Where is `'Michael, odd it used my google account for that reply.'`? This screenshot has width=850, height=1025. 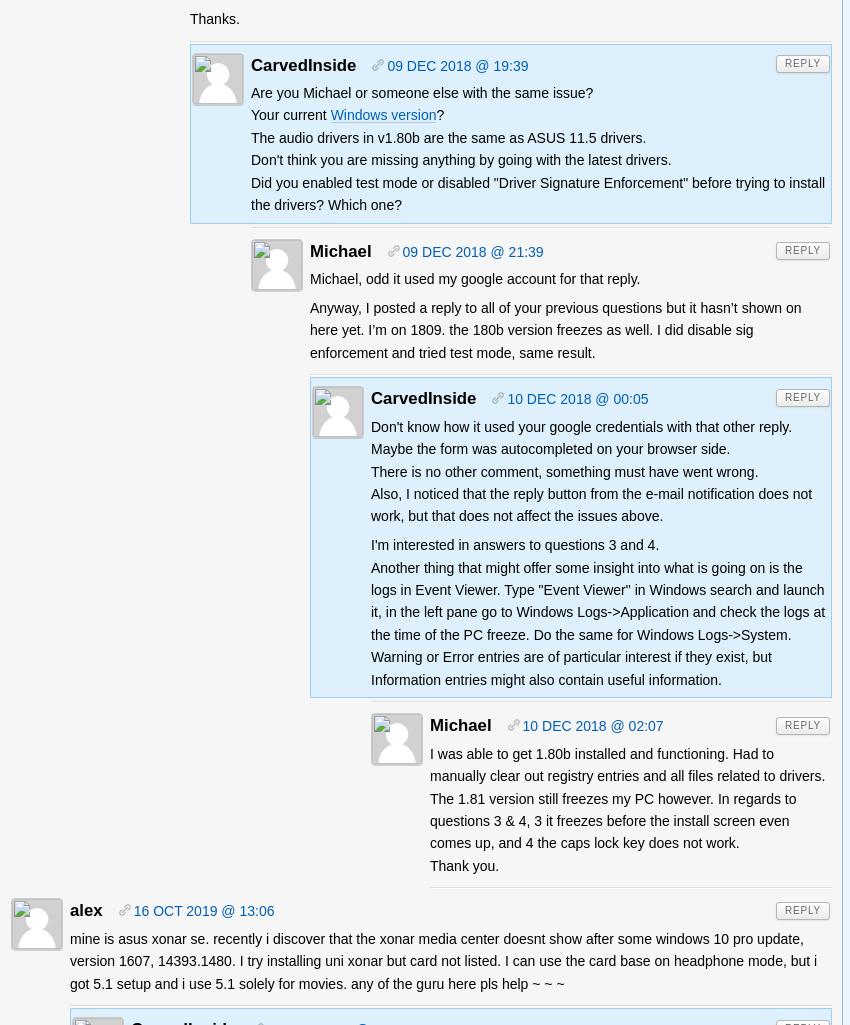 'Michael, odd it used my google account for that reply.' is located at coordinates (474, 278).